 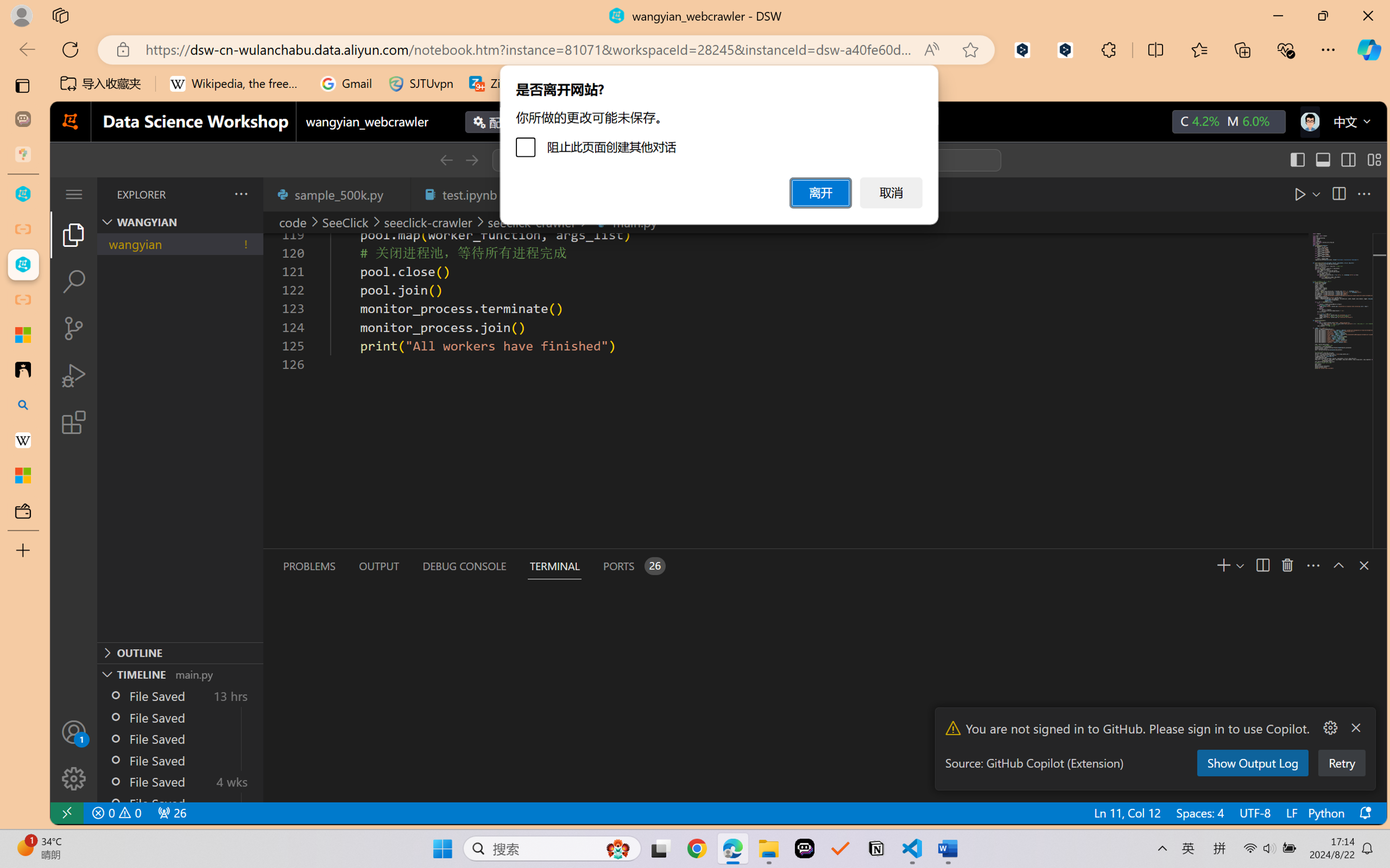 I want to click on 'Accounts - Sign in requested', so click(x=73, y=731).